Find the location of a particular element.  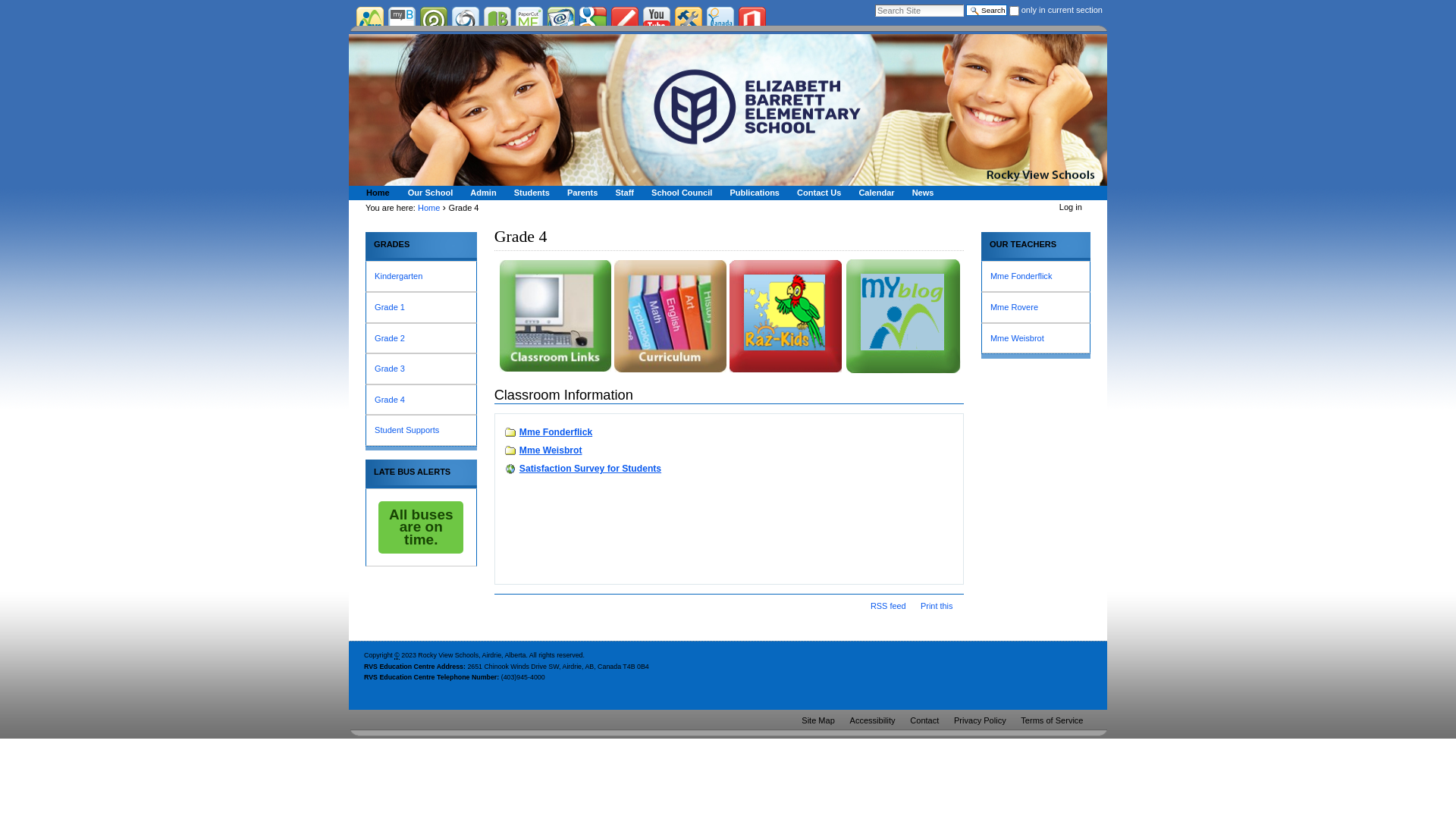

'Staff' is located at coordinates (622, 192).